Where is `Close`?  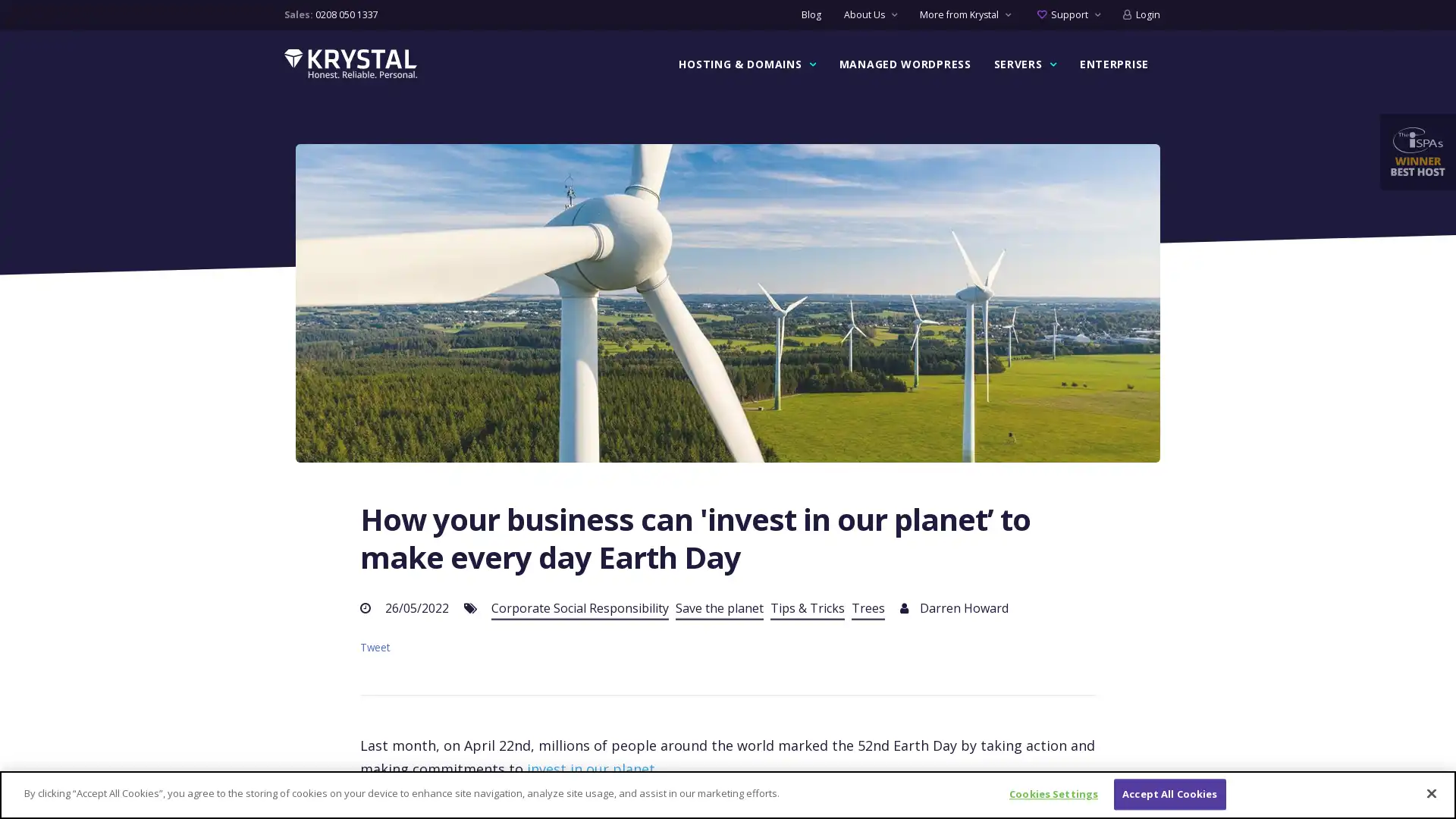
Close is located at coordinates (1430, 792).